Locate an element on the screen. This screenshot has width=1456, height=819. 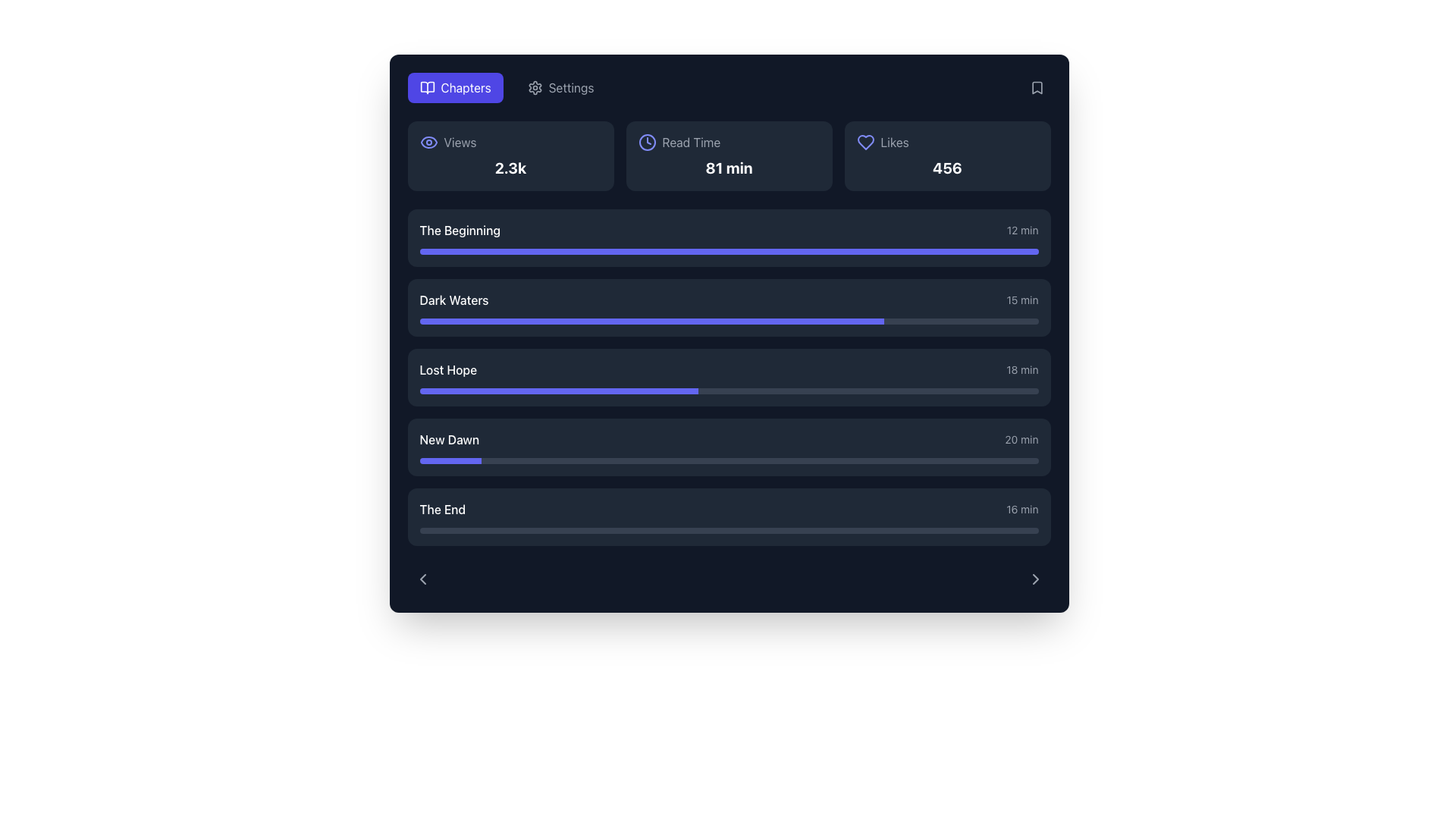
the '81 min' text within the Data display card labeled 'Read Time' is located at coordinates (729, 155).